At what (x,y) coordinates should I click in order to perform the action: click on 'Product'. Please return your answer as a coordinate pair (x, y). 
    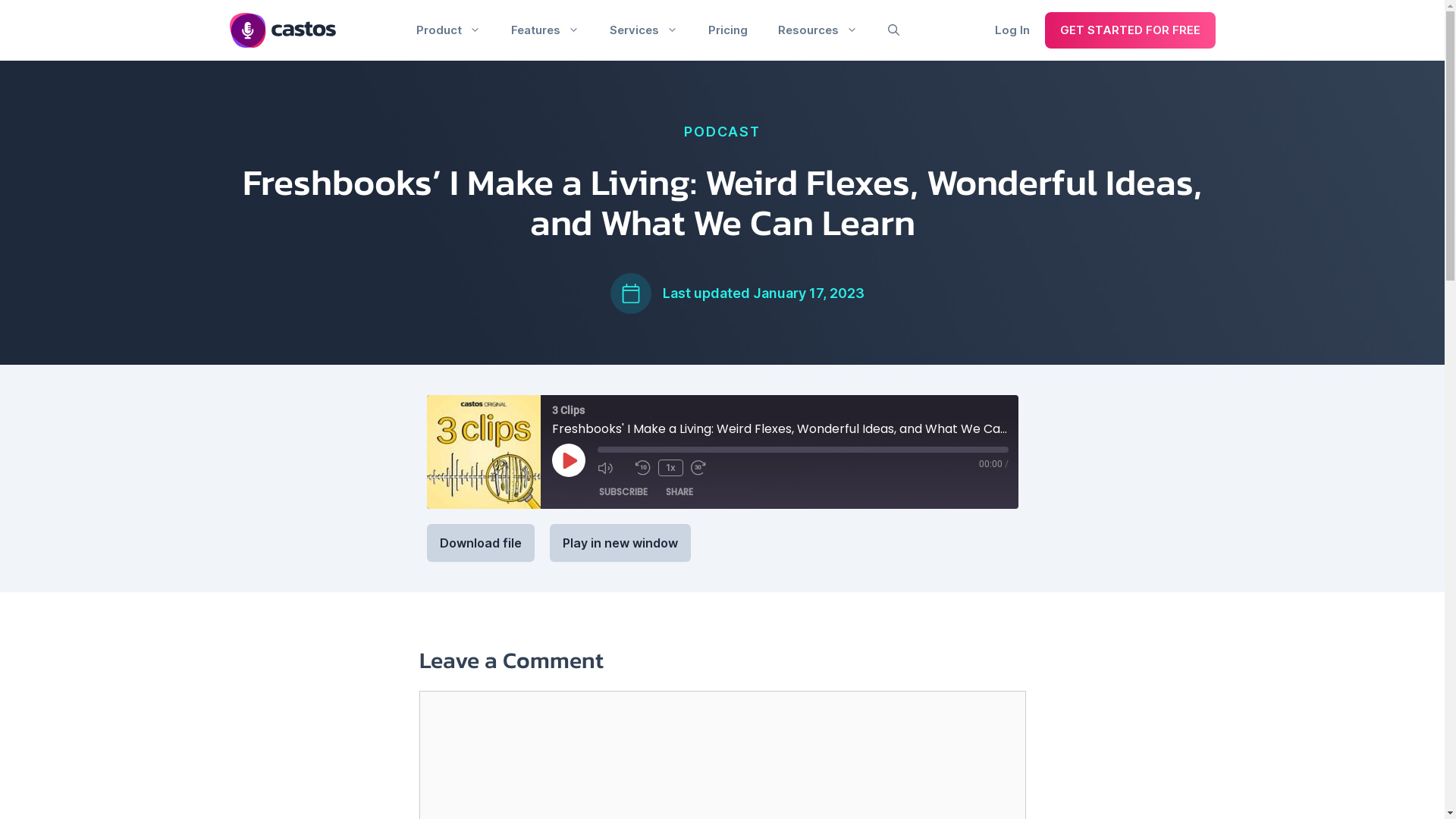
    Looking at the image, I should click on (400, 30).